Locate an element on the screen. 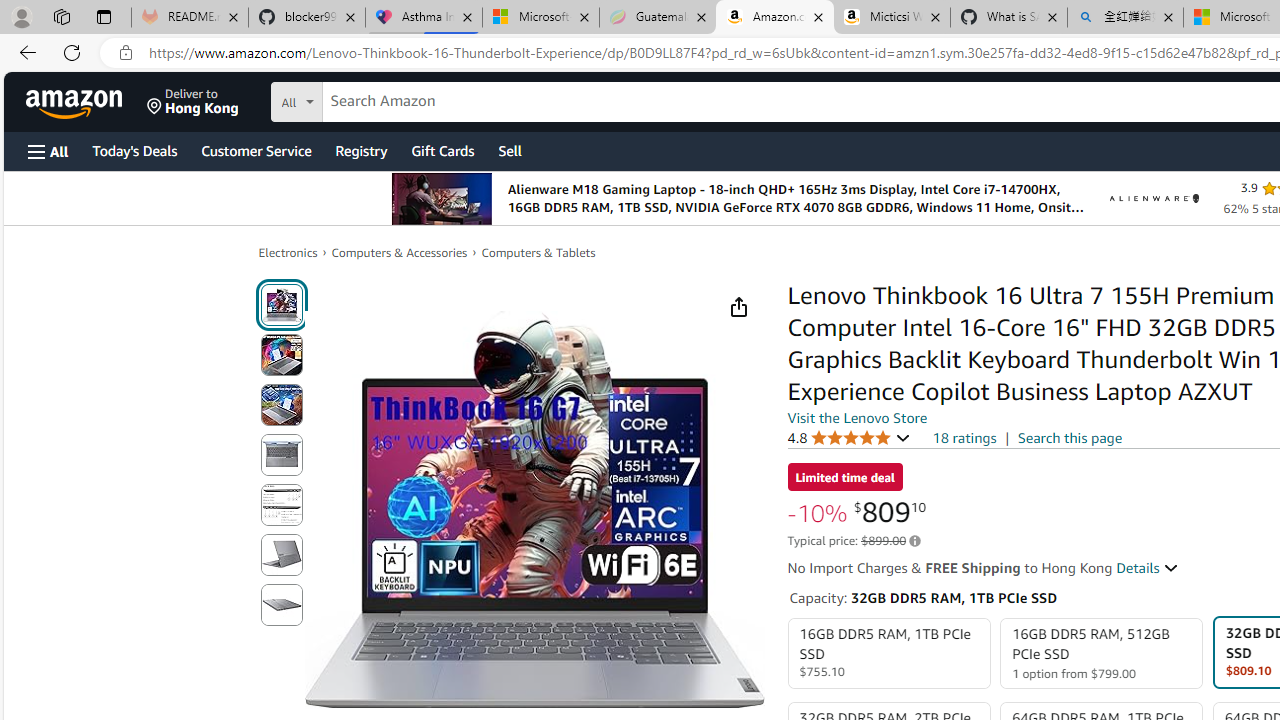 The width and height of the screenshot is (1280, 720). 'Computers & Accessories' is located at coordinates (400, 252).